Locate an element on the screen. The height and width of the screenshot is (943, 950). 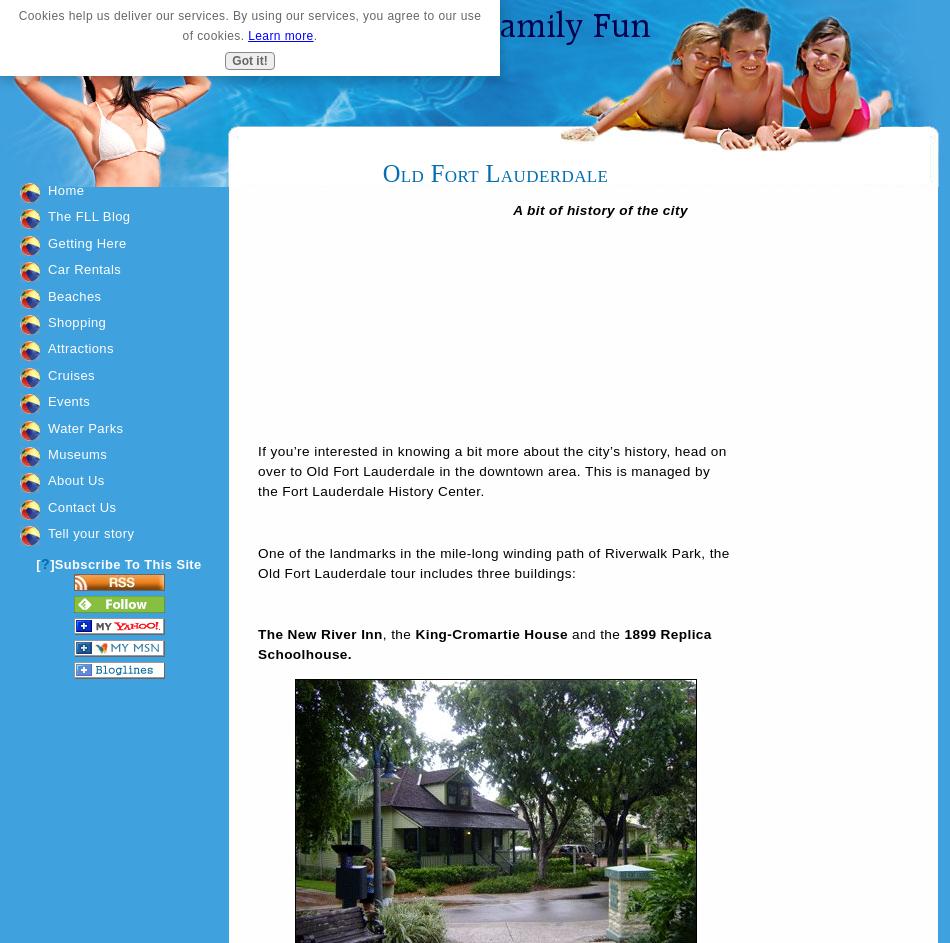
'Home' is located at coordinates (47, 189).